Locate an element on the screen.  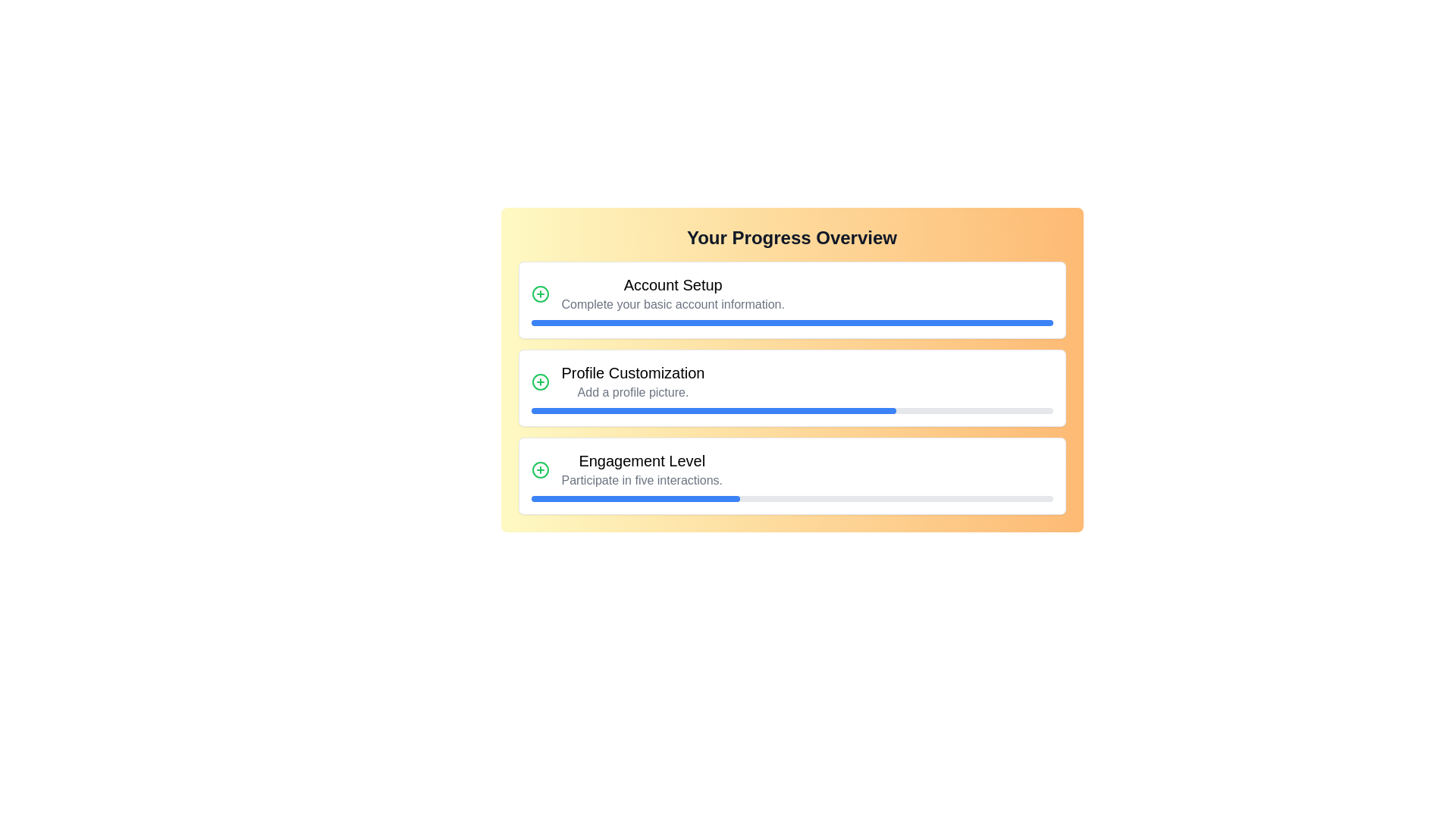
the informational card with a progress indicator, which is the first card in the vertical stack within the 'Your Progress Overview' panel is located at coordinates (791, 300).